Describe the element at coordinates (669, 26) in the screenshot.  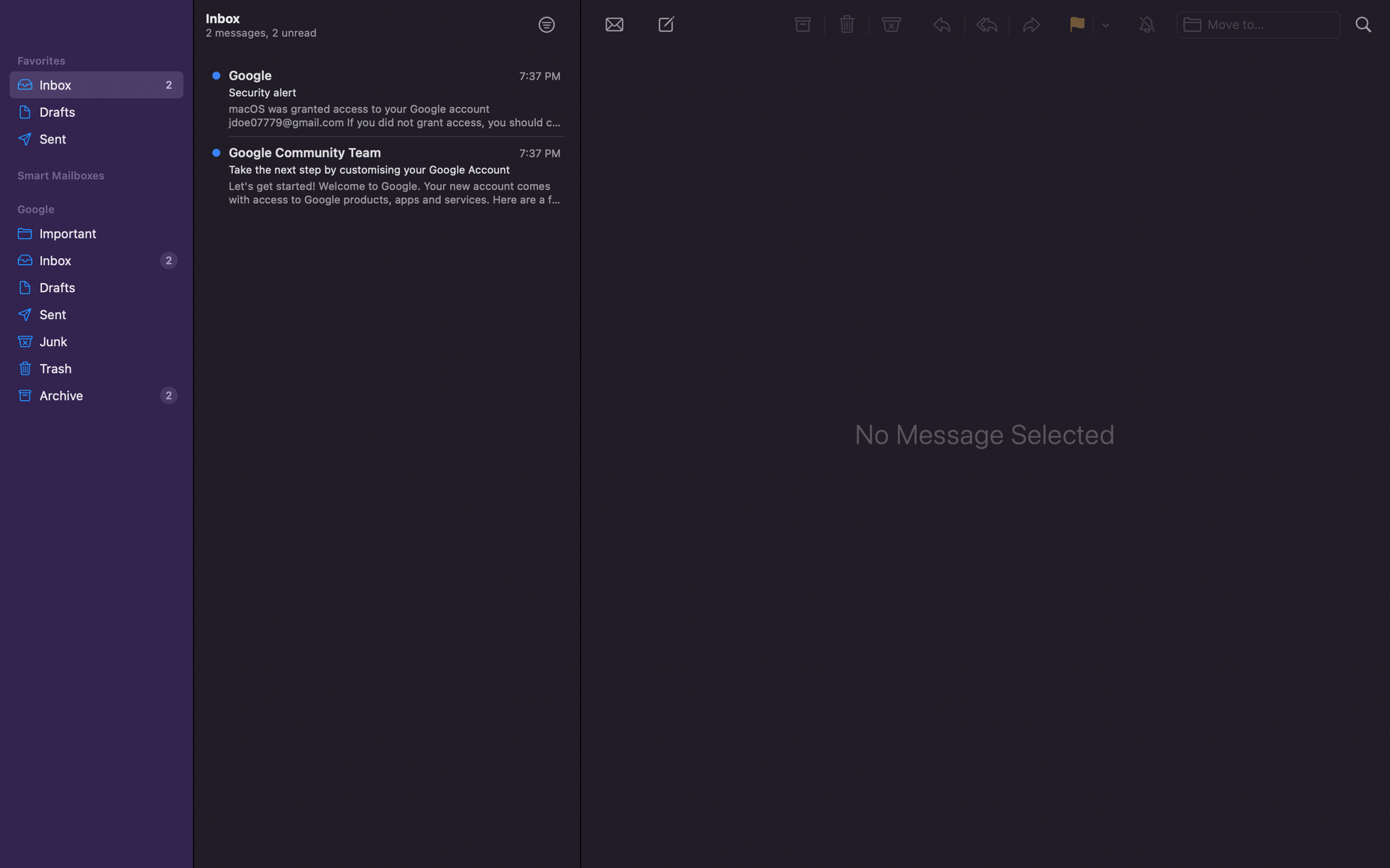
I see `the choice to generate a new mail` at that location.